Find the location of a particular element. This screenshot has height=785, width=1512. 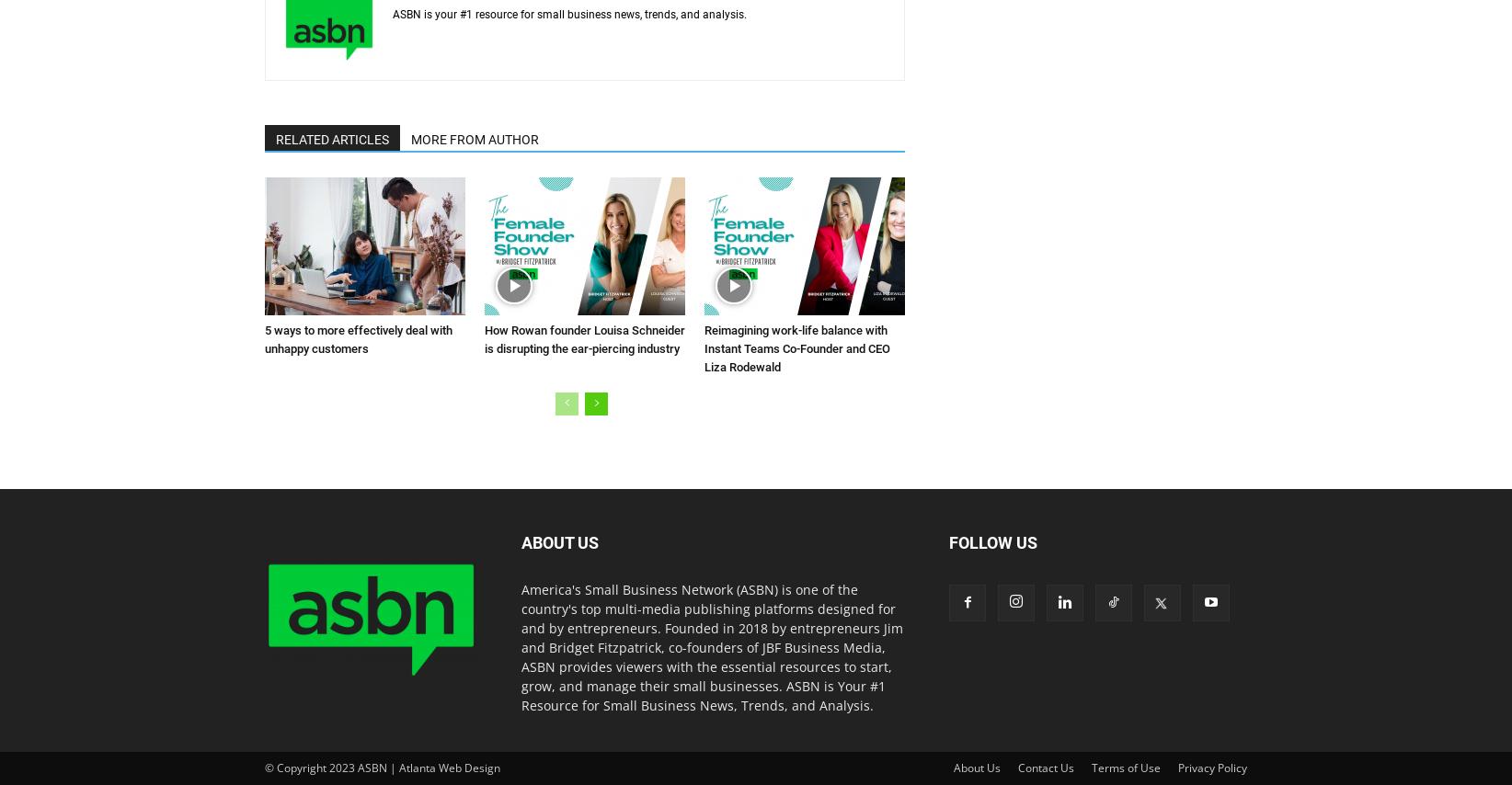

'How Rowan founder Louisa Schneider is disrupting the ear-piercing industry' is located at coordinates (585, 338).